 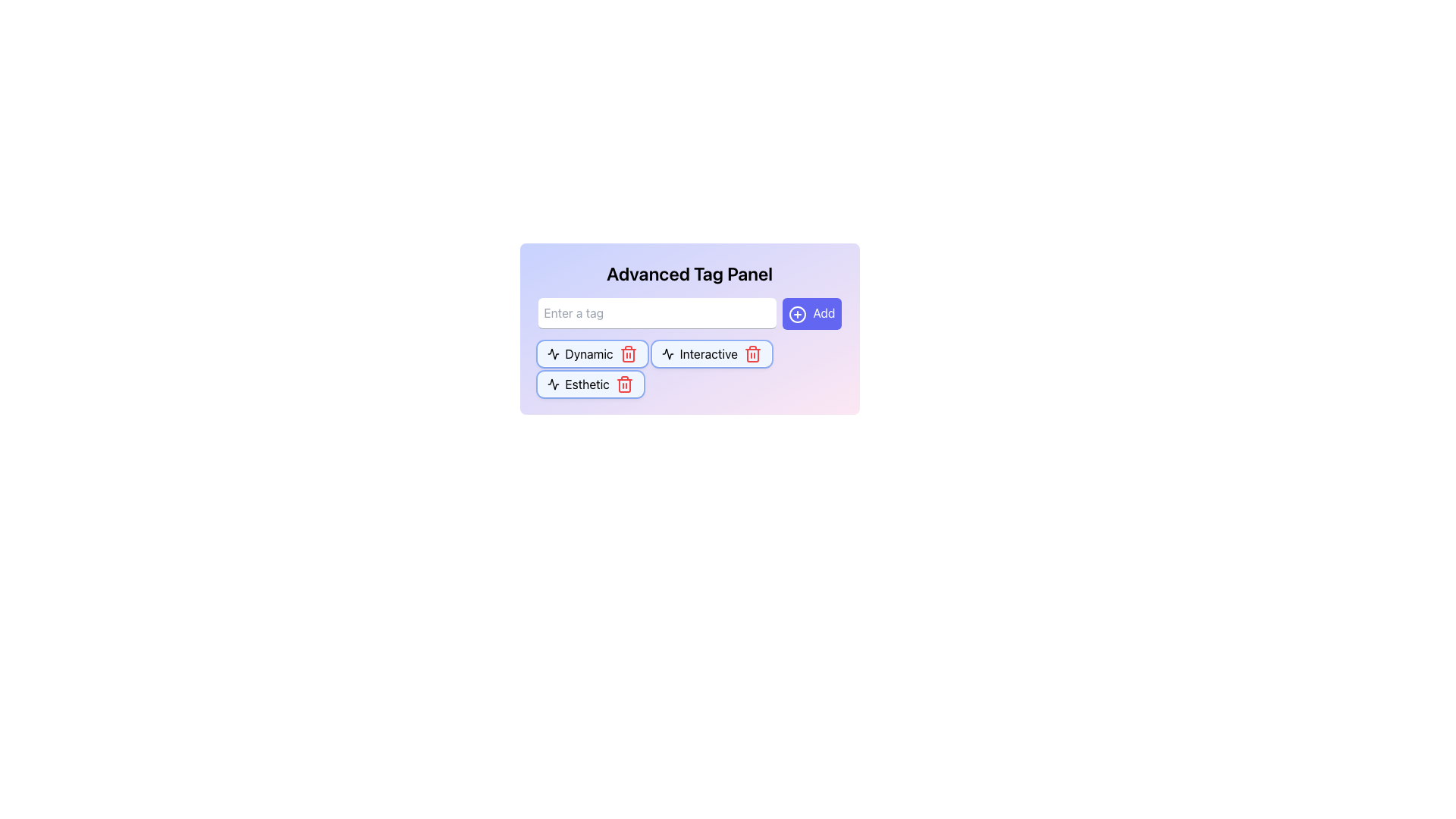 What do you see at coordinates (811, 312) in the screenshot?
I see `the 'Add' button, which is a solid indigo button with rounded corners and white text, located to the far right of the 'Enter a tag' input field in the 'Advanced Tag Panel.'` at bounding box center [811, 312].